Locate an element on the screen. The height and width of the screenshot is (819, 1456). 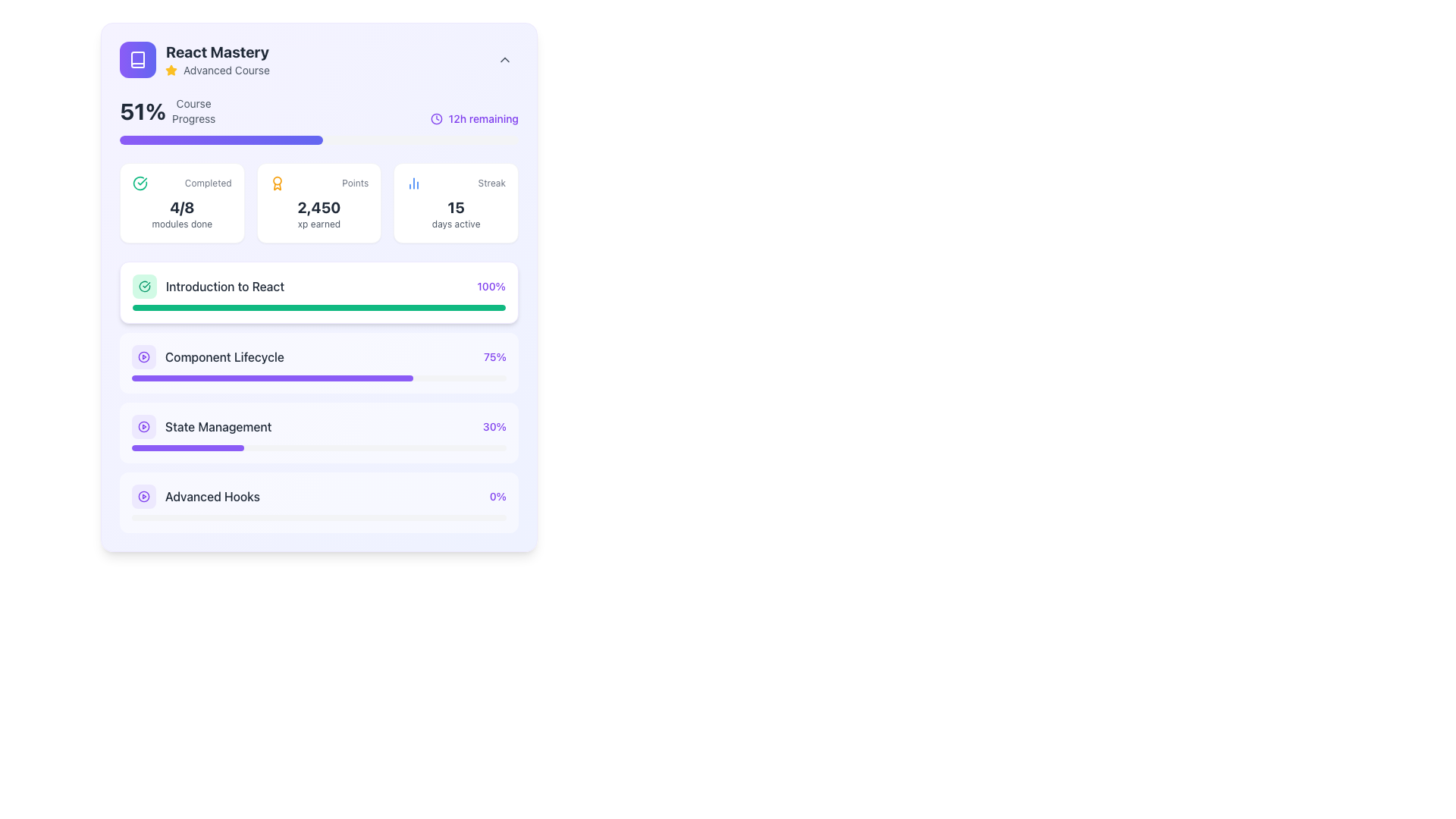
the text label displaying 'Course' in a small, gray font located in the header section of the dashboard, positioned above the progress bar is located at coordinates (193, 103).